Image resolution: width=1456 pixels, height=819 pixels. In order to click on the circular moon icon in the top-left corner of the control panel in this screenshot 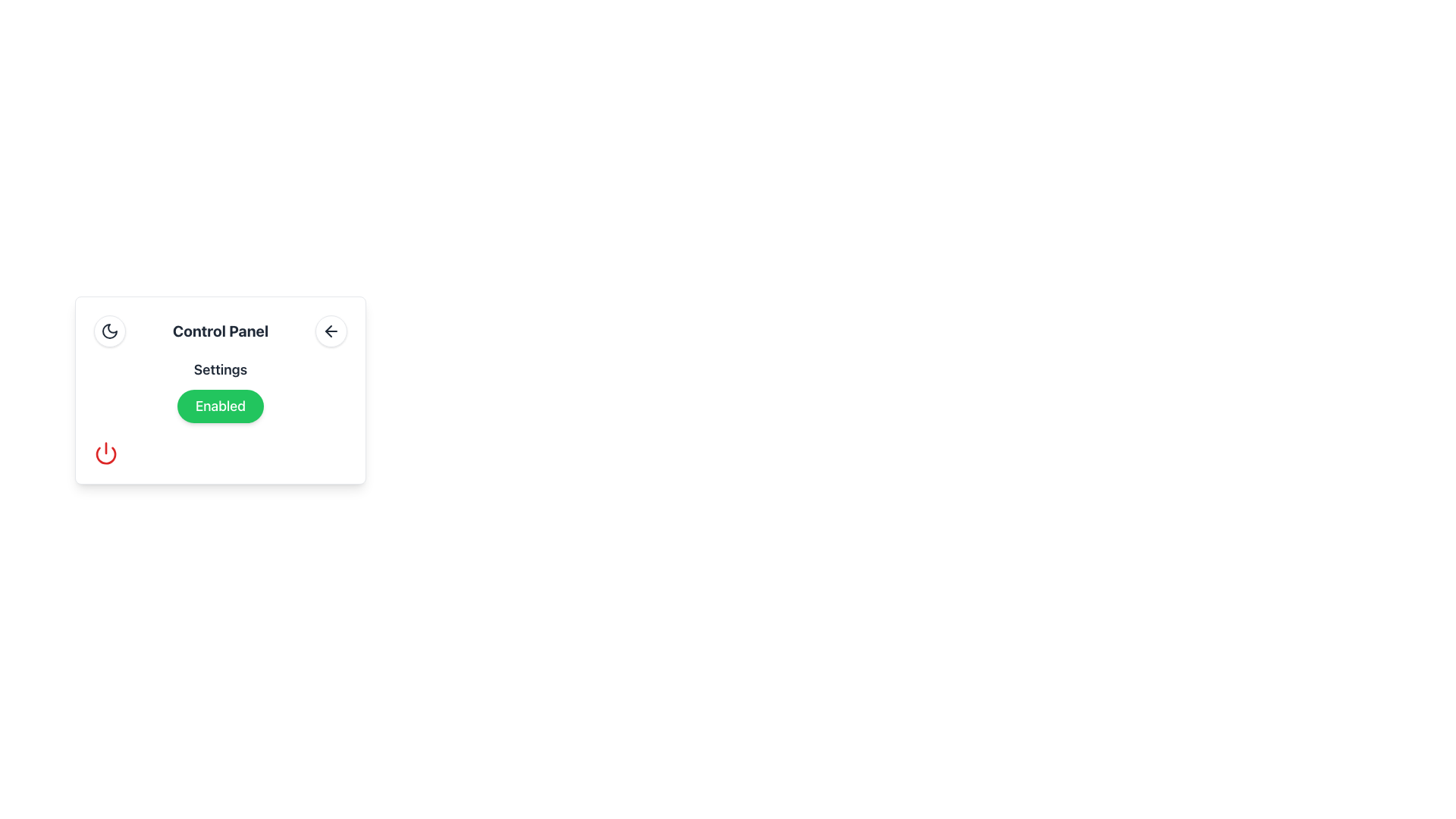, I will do `click(108, 330)`.